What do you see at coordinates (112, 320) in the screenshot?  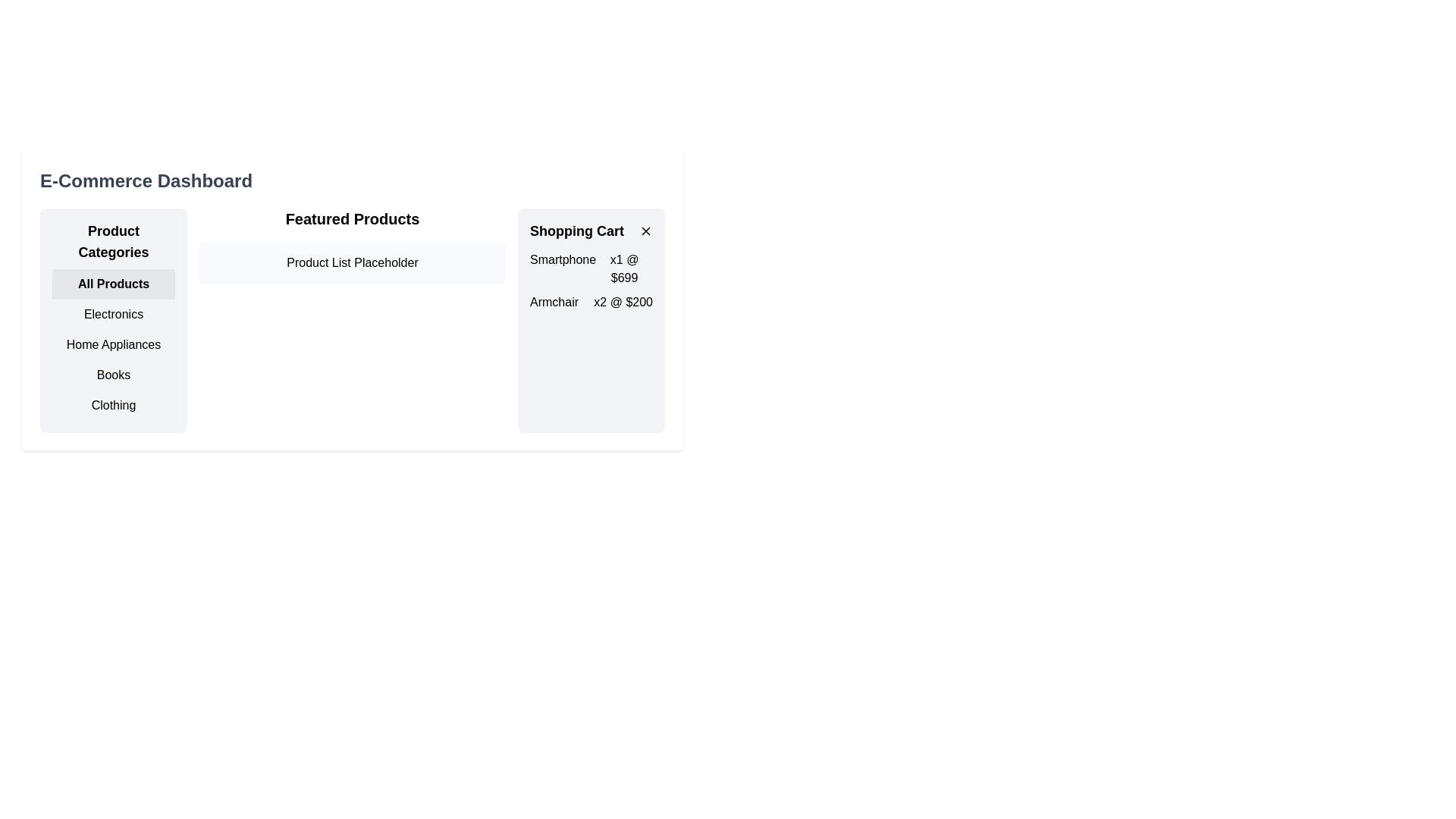 I see `the vertical navigation menu` at bounding box center [112, 320].